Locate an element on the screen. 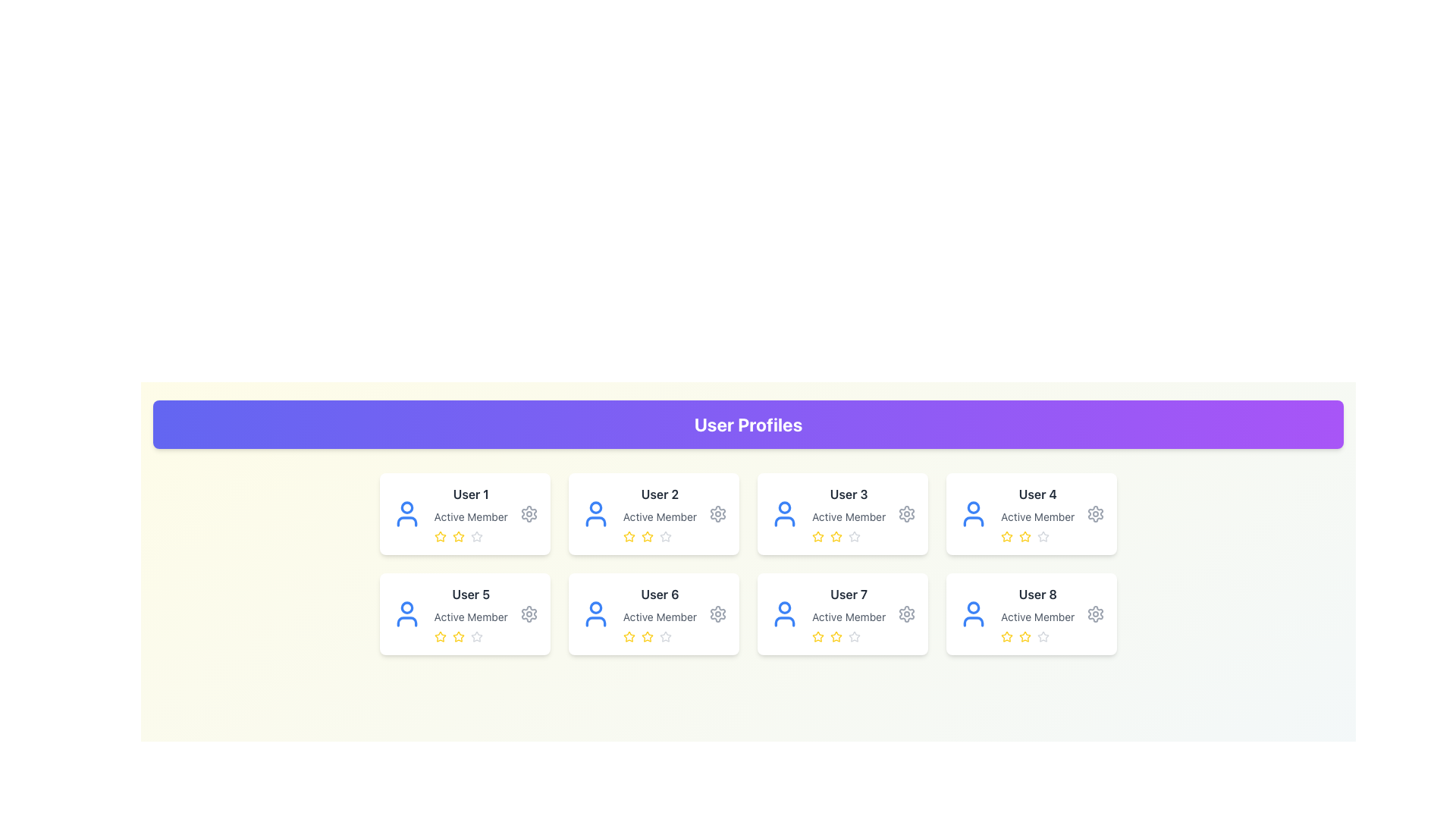 The height and width of the screenshot is (819, 1456). the user profile label located in the second row and first column of the user profile grid layout, positioned below the 'User 5' icon and above the 'Active Member' label is located at coordinates (470, 593).